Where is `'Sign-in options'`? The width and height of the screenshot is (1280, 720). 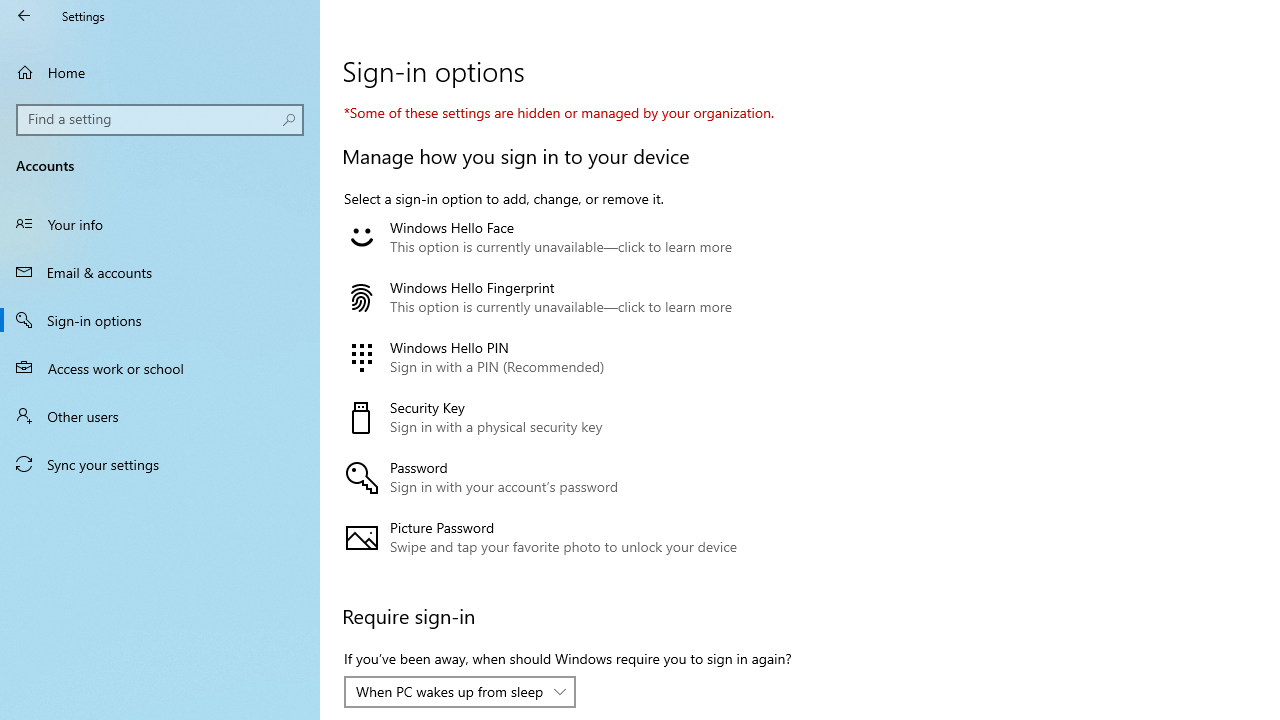 'Sign-in options' is located at coordinates (160, 319).